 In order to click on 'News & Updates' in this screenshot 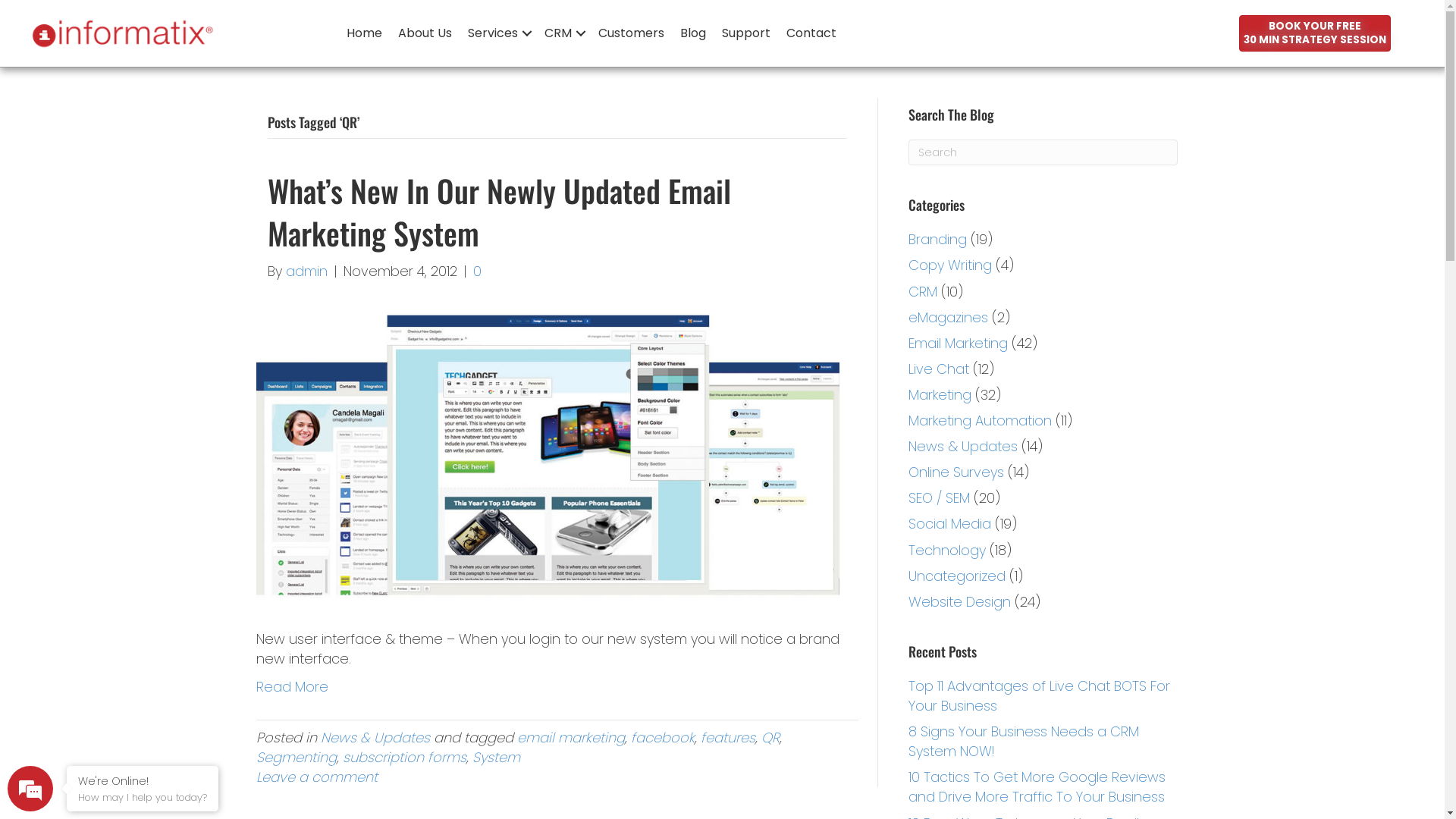, I will do `click(375, 736)`.